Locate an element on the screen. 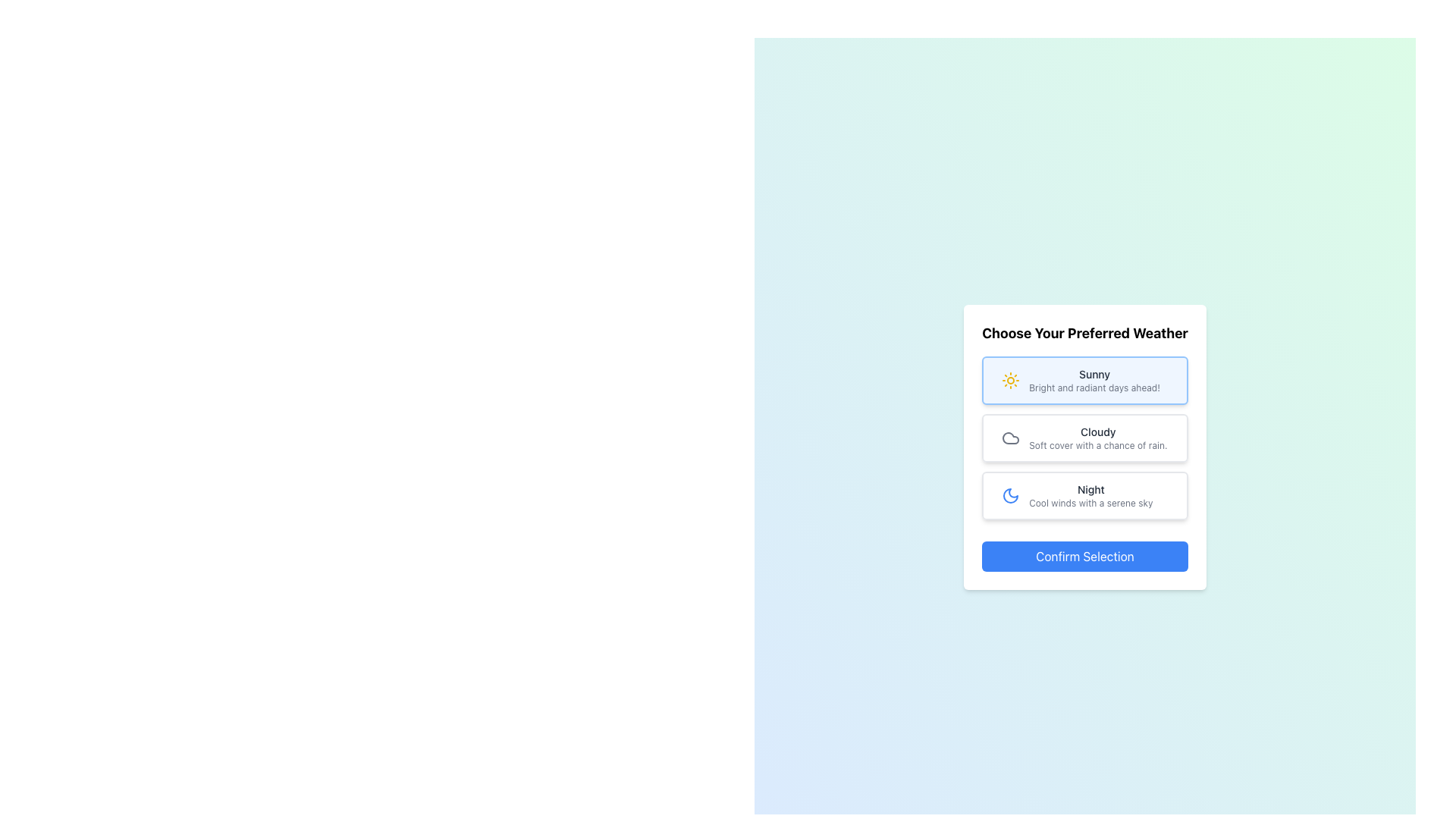 This screenshot has height=819, width=1456. the gray outlined cloud icon representing the 'Cloudy' weather selection option, which is positioned to the left of the textual description 'Soft cover with a chance of rain.' is located at coordinates (1011, 438).